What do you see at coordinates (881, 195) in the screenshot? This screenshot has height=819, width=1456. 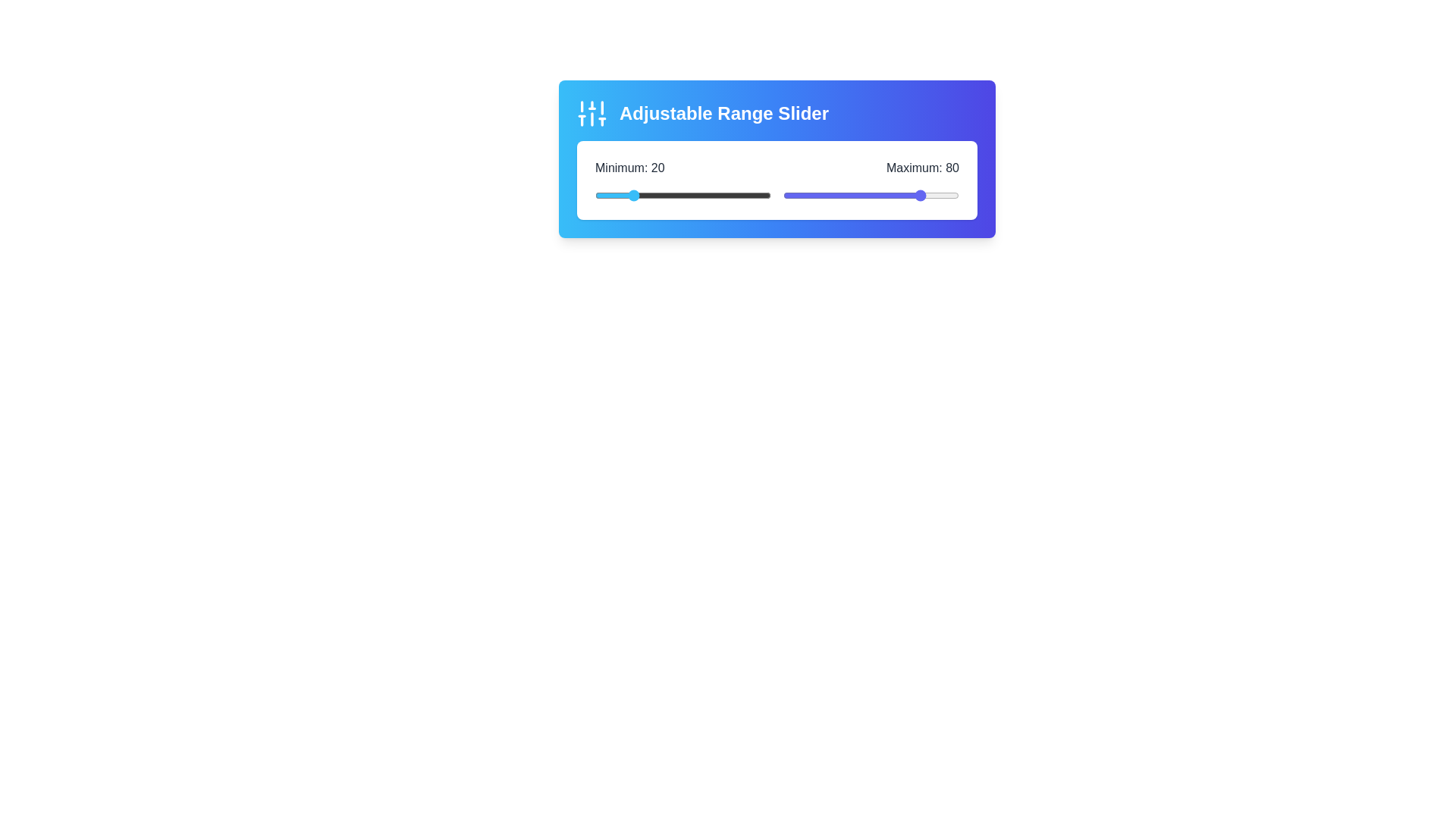 I see `the slider` at bounding box center [881, 195].